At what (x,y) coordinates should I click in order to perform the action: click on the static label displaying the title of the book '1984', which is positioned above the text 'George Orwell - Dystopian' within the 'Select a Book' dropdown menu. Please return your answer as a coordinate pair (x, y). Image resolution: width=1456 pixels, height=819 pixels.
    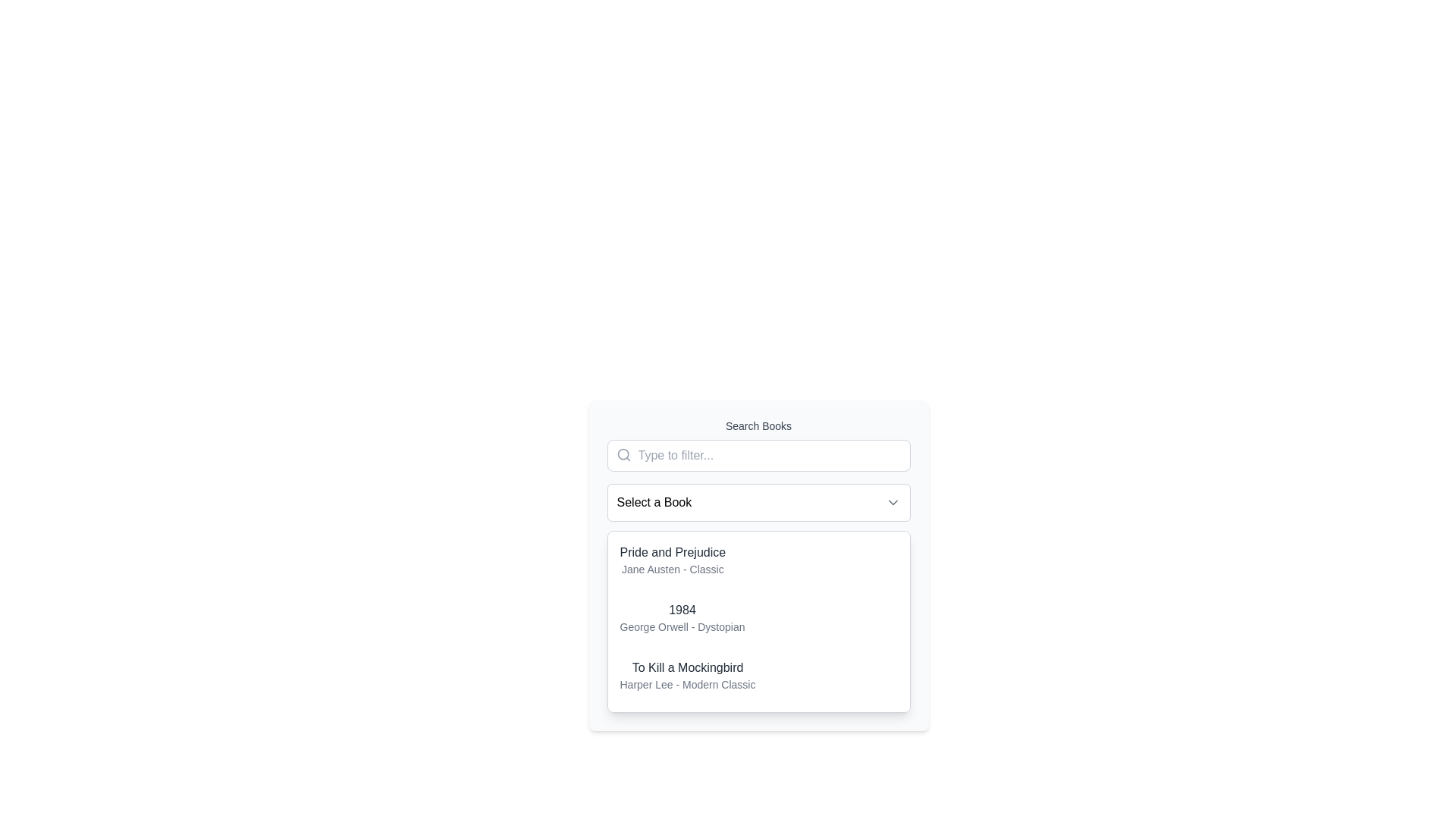
    Looking at the image, I should click on (681, 610).